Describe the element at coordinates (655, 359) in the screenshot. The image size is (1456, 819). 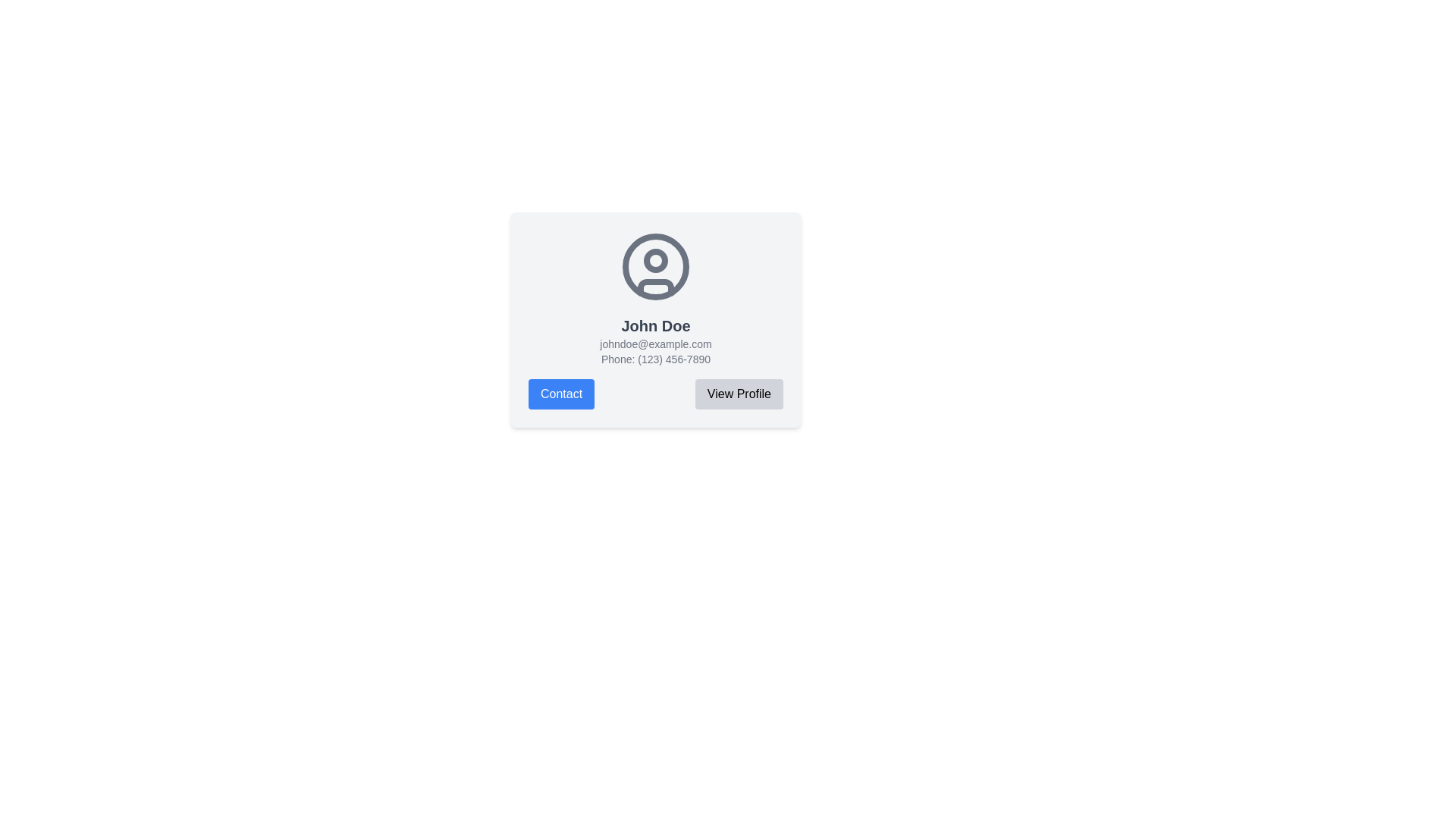
I see `the text label displaying 'Phone: (123) 456-7890', which is styled in gray and located below the email address 'johndoe@example.com' in the profile card` at that location.